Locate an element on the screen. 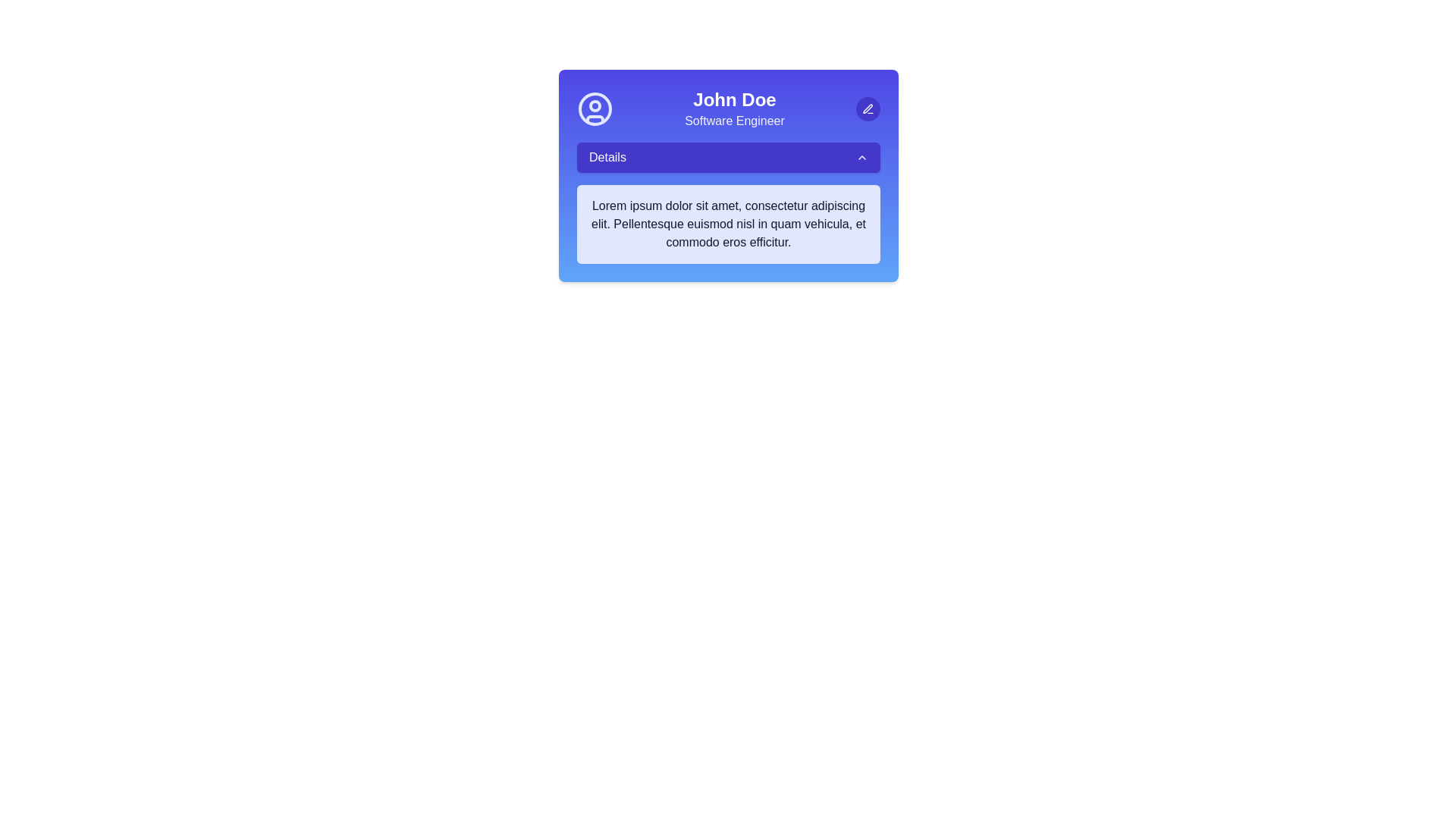 This screenshot has width=1456, height=819. the lower section of the user's profile icon, which is part of a decorative curve in an SVG graphic located at the top-left corner of a card, to the left of the 'John Doe' text is located at coordinates (595, 118).